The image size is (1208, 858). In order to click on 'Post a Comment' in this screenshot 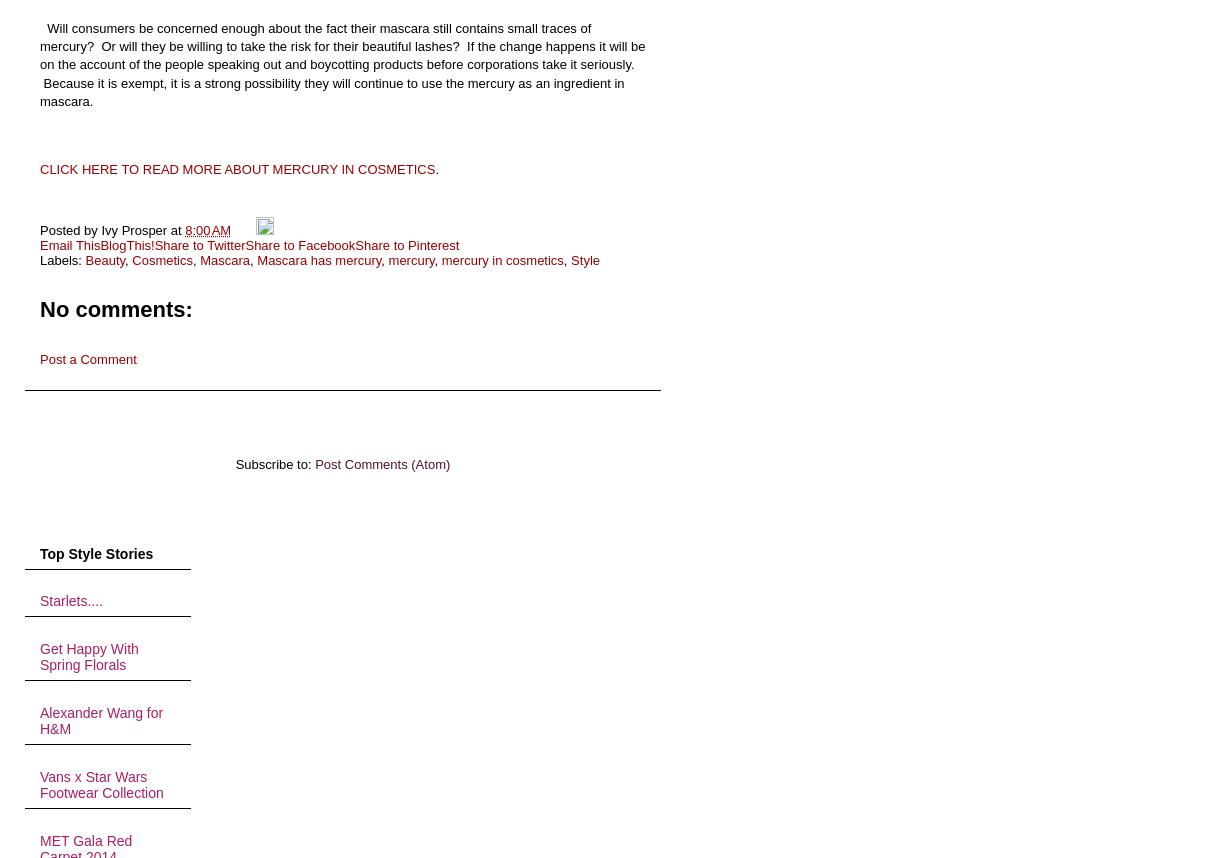, I will do `click(38, 359)`.